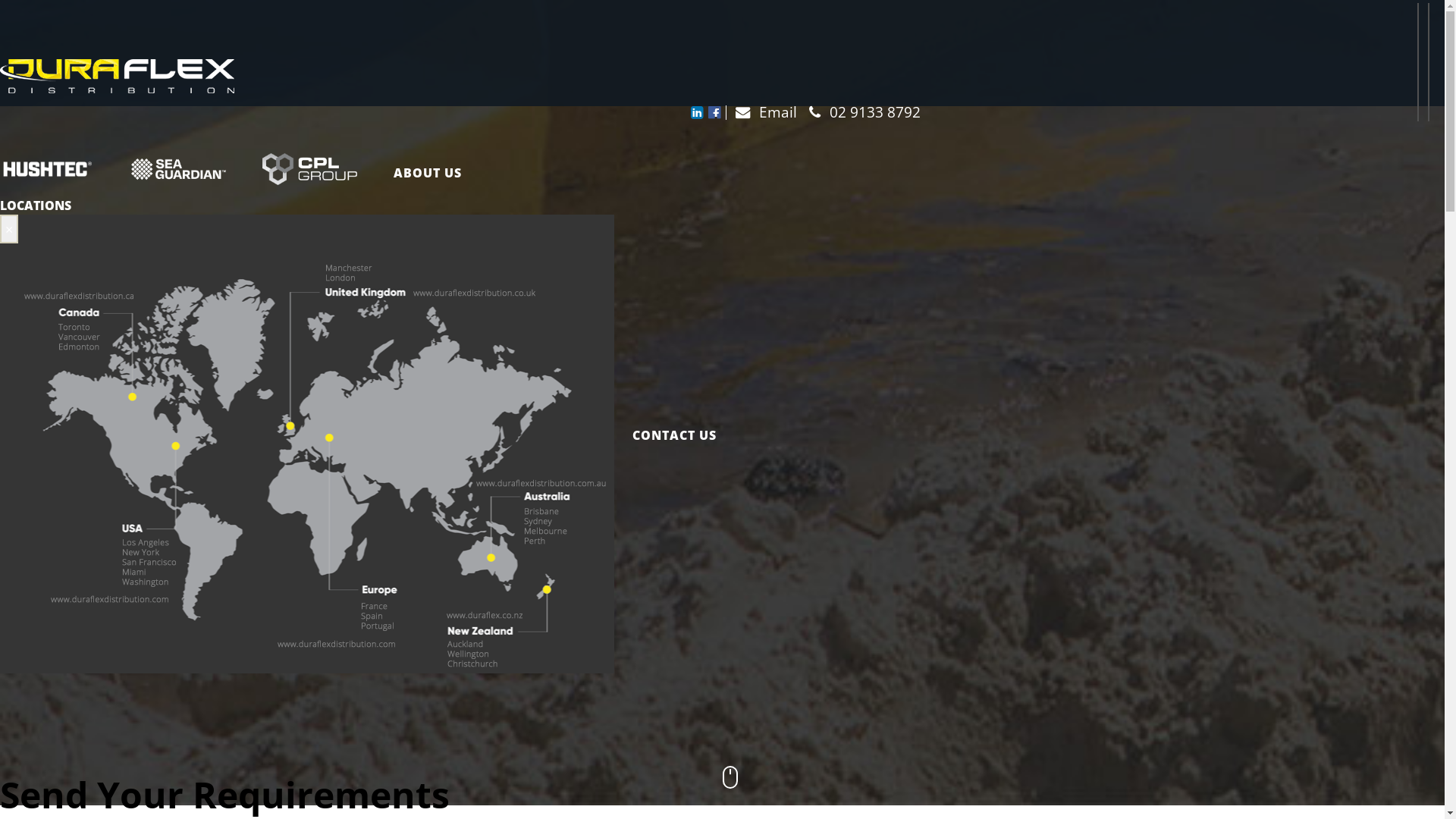 The width and height of the screenshot is (1456, 819). What do you see at coordinates (665, 435) in the screenshot?
I see `'CONTACT US'` at bounding box center [665, 435].